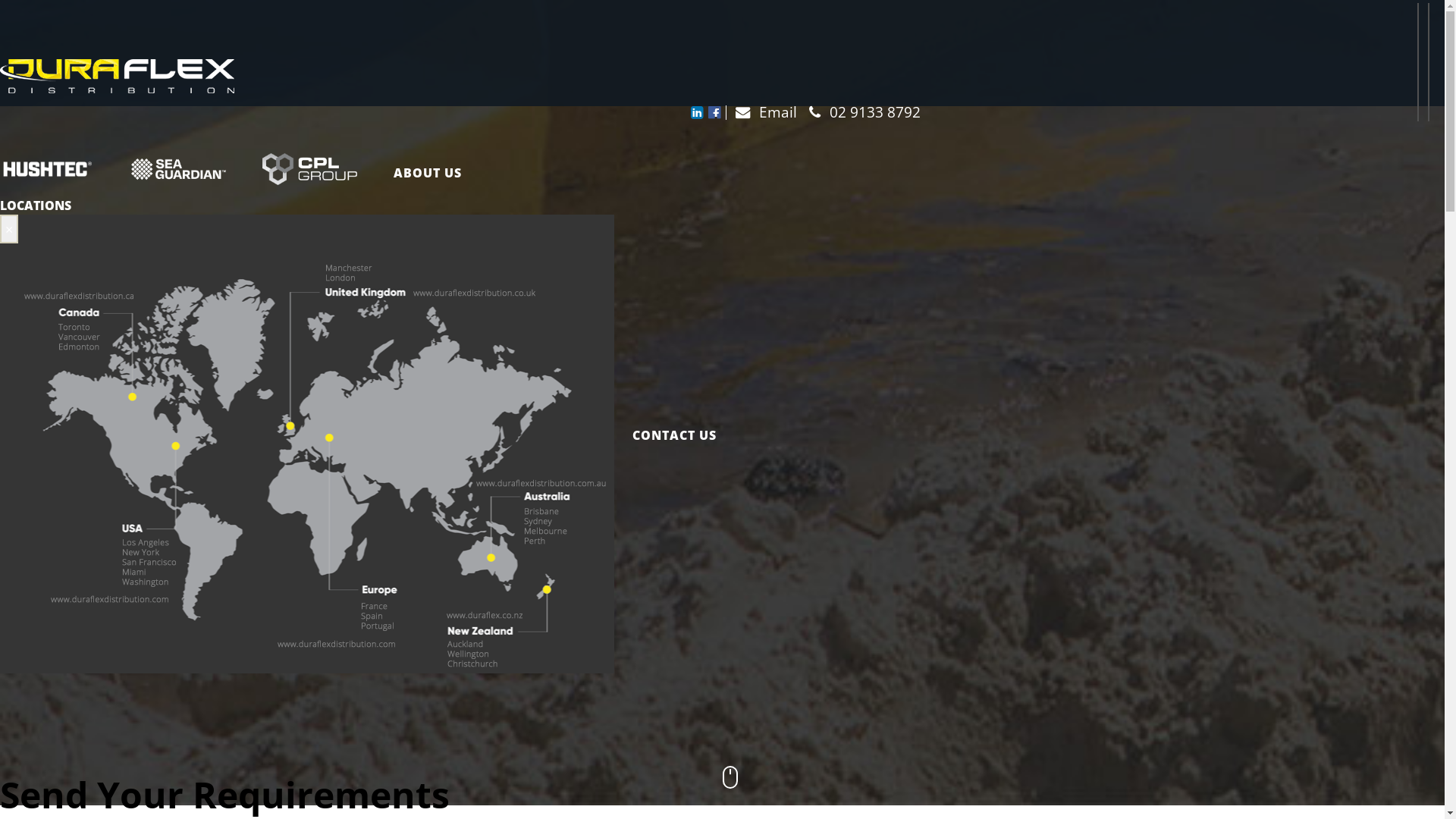 The width and height of the screenshot is (1456, 819). What do you see at coordinates (665, 435) in the screenshot?
I see `'CONTACT US'` at bounding box center [665, 435].